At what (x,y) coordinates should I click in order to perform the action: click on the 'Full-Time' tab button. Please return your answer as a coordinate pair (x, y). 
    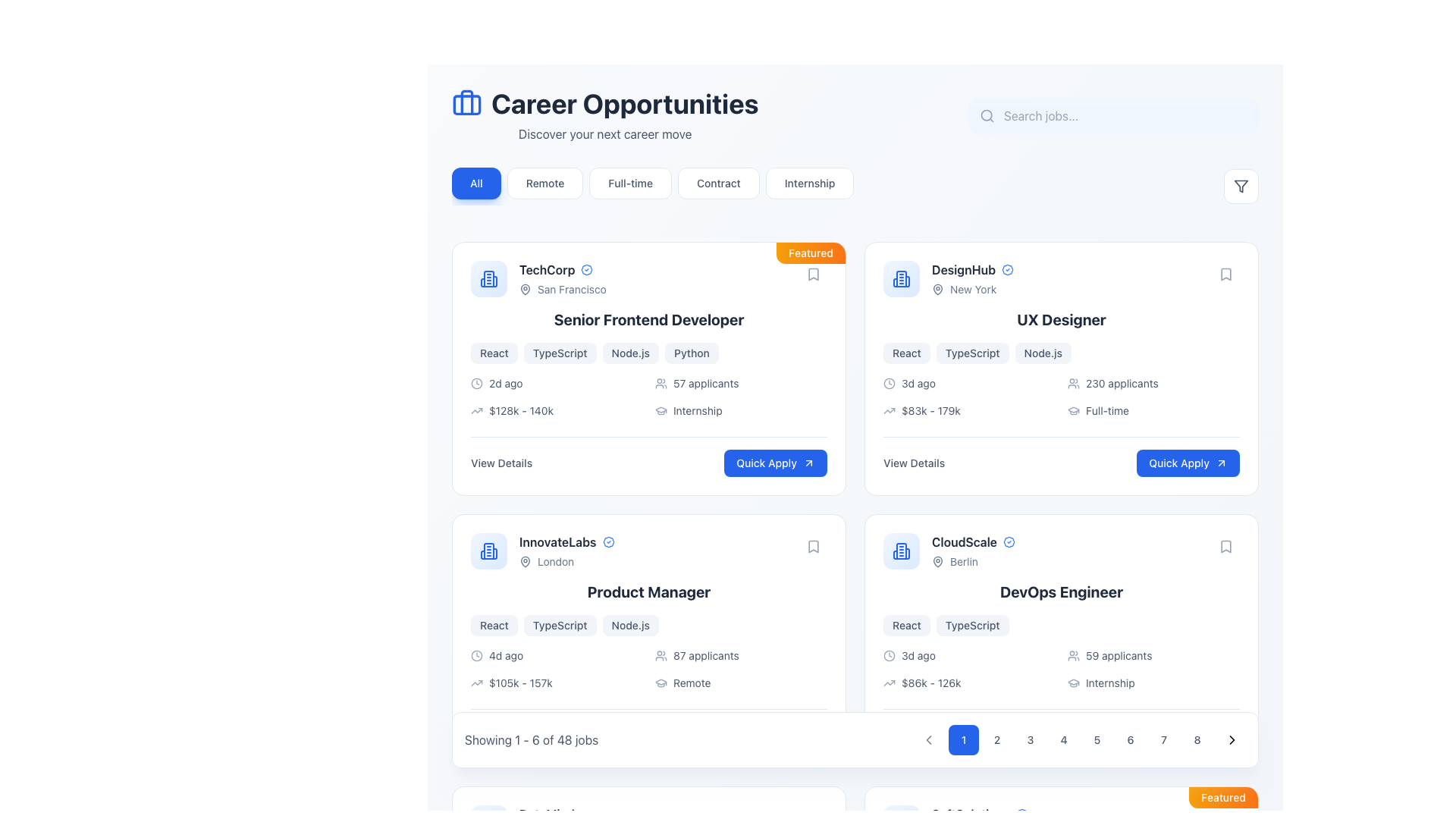
    Looking at the image, I should click on (653, 186).